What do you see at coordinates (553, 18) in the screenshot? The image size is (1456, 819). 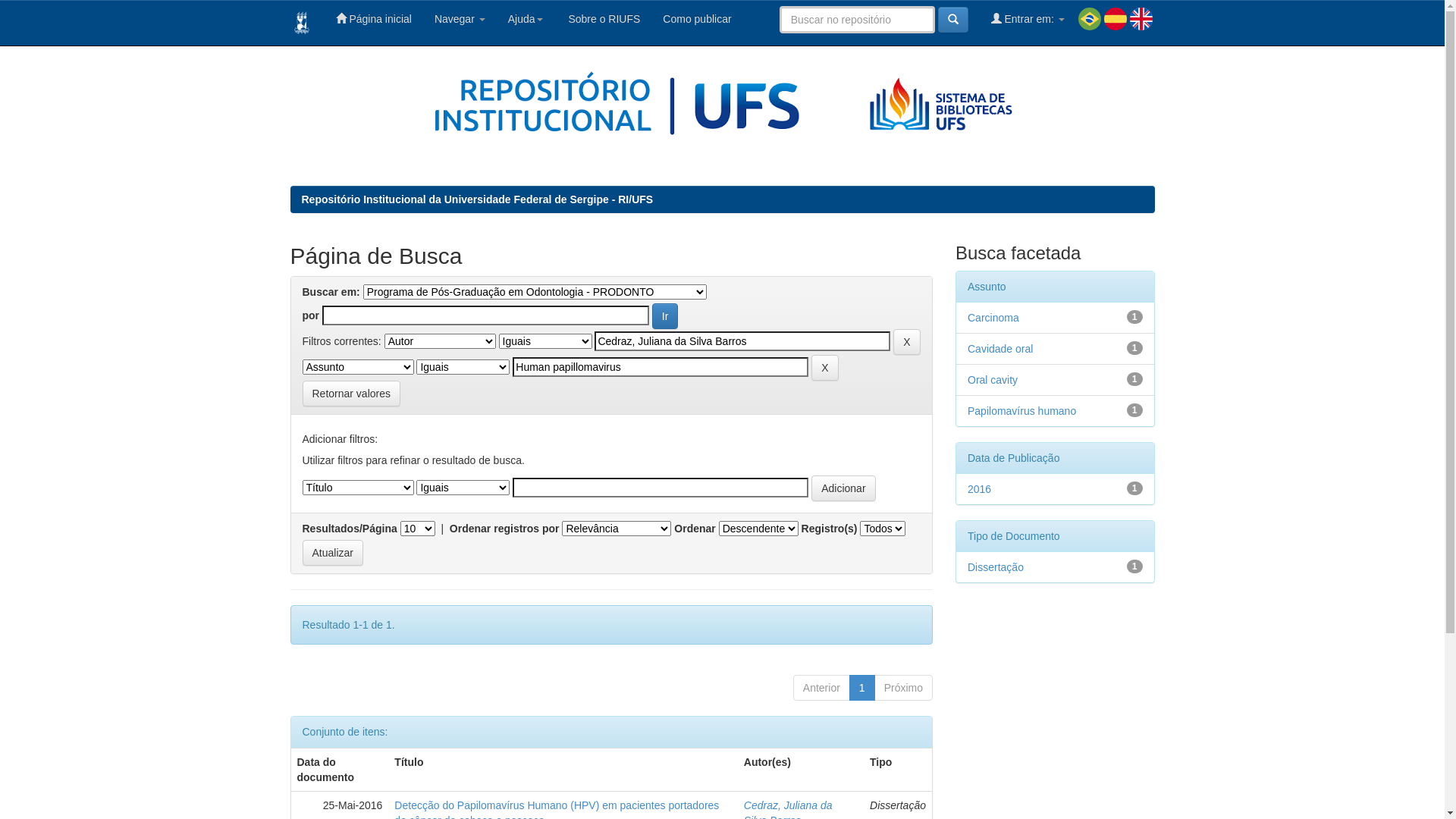 I see `'Sobre o RIUFS'` at bounding box center [553, 18].